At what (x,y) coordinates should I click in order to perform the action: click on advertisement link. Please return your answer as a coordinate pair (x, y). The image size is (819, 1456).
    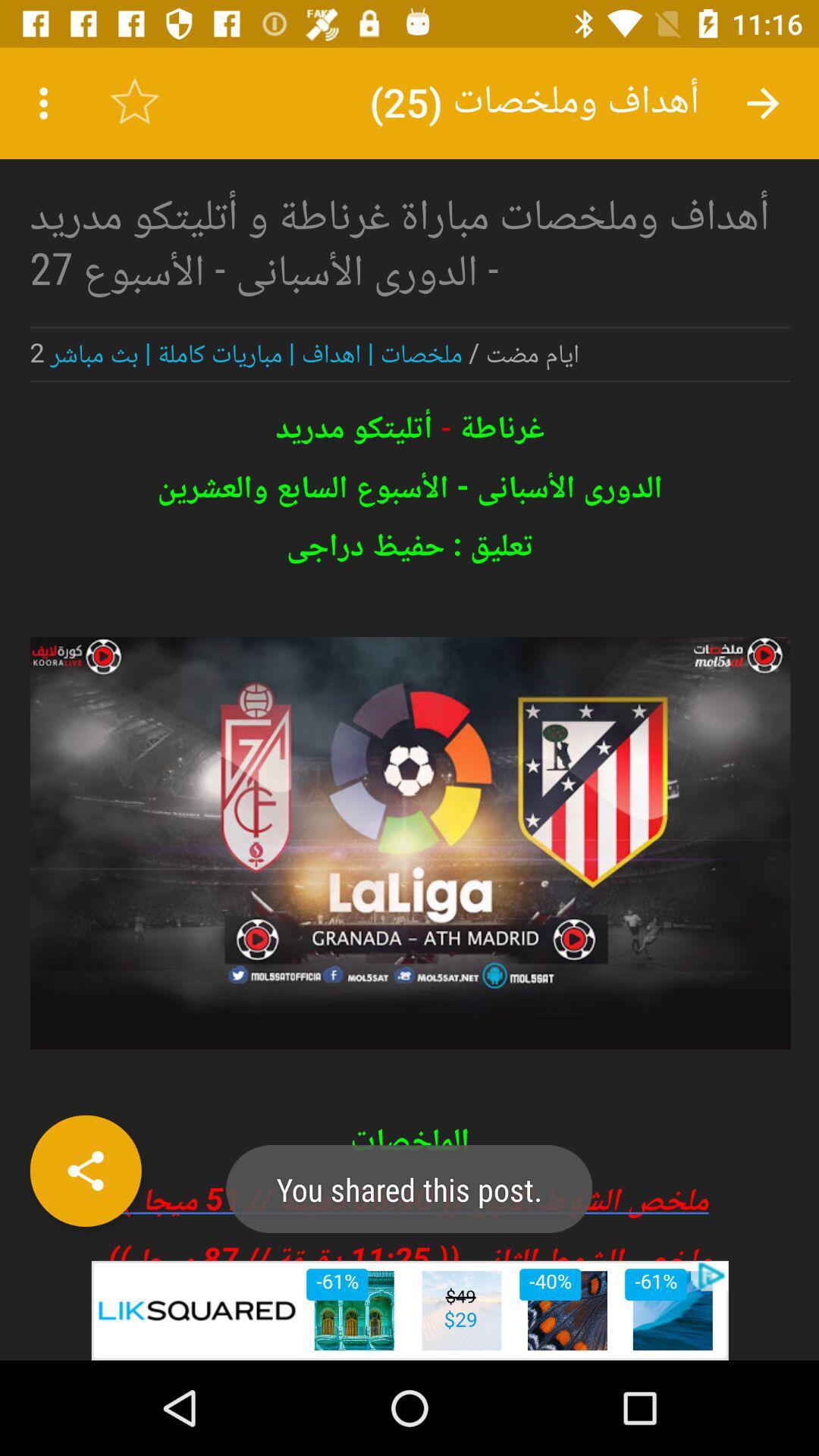
    Looking at the image, I should click on (409, 1310).